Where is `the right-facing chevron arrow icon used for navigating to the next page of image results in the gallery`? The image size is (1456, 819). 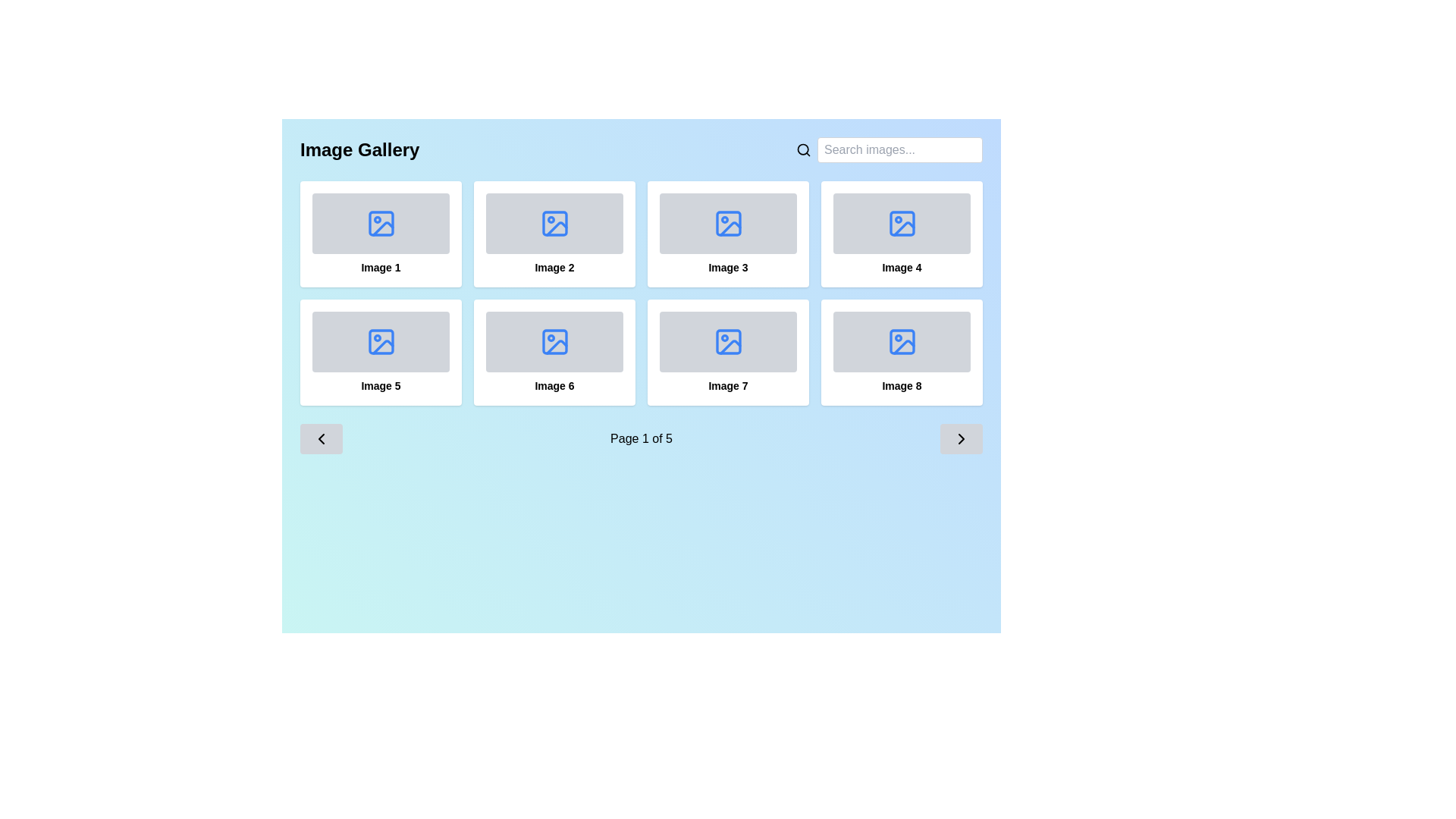
the right-facing chevron arrow icon used for navigating to the next page of image results in the gallery is located at coordinates (960, 438).